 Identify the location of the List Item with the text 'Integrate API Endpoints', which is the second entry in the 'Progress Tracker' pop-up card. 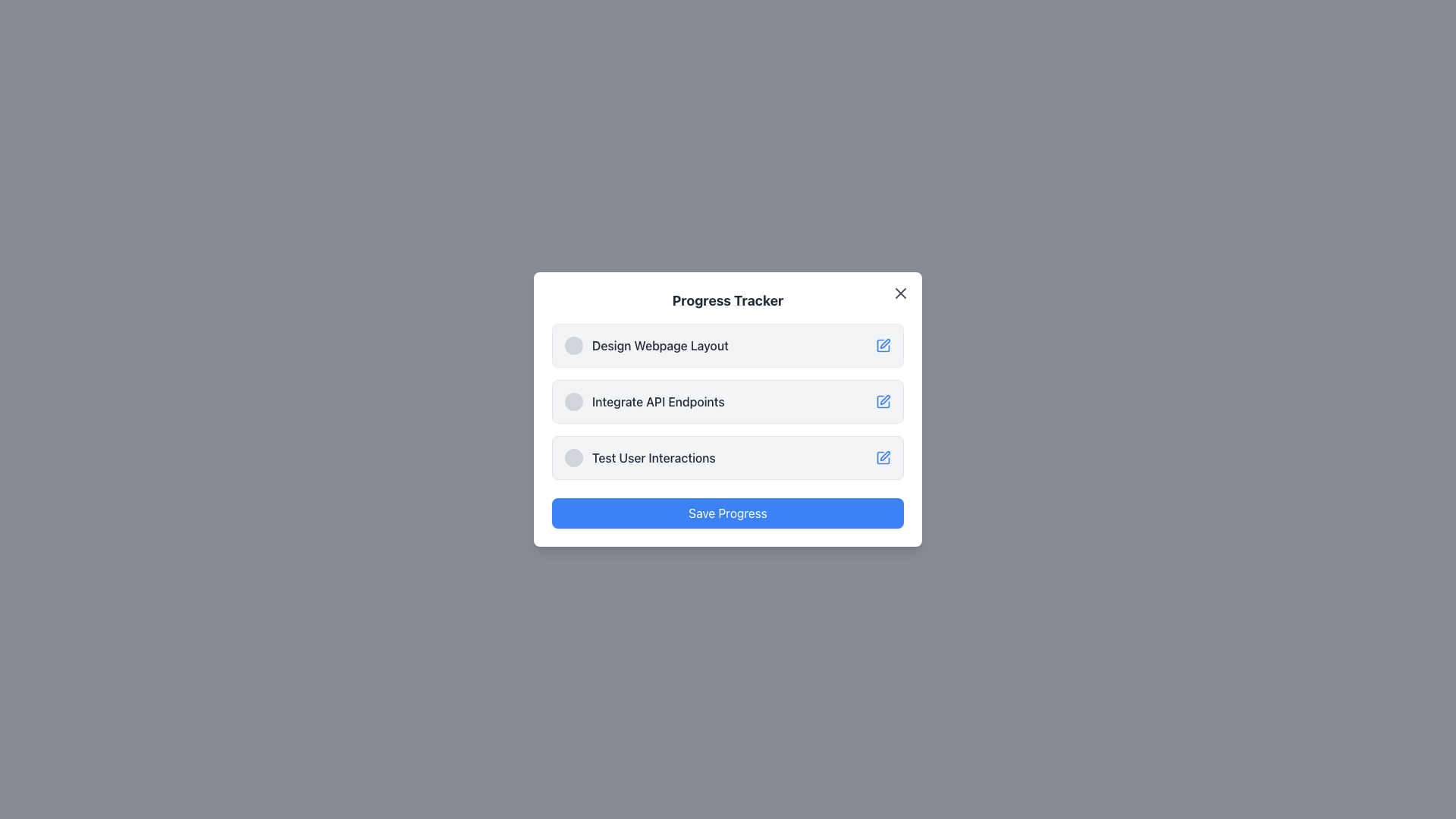
(645, 400).